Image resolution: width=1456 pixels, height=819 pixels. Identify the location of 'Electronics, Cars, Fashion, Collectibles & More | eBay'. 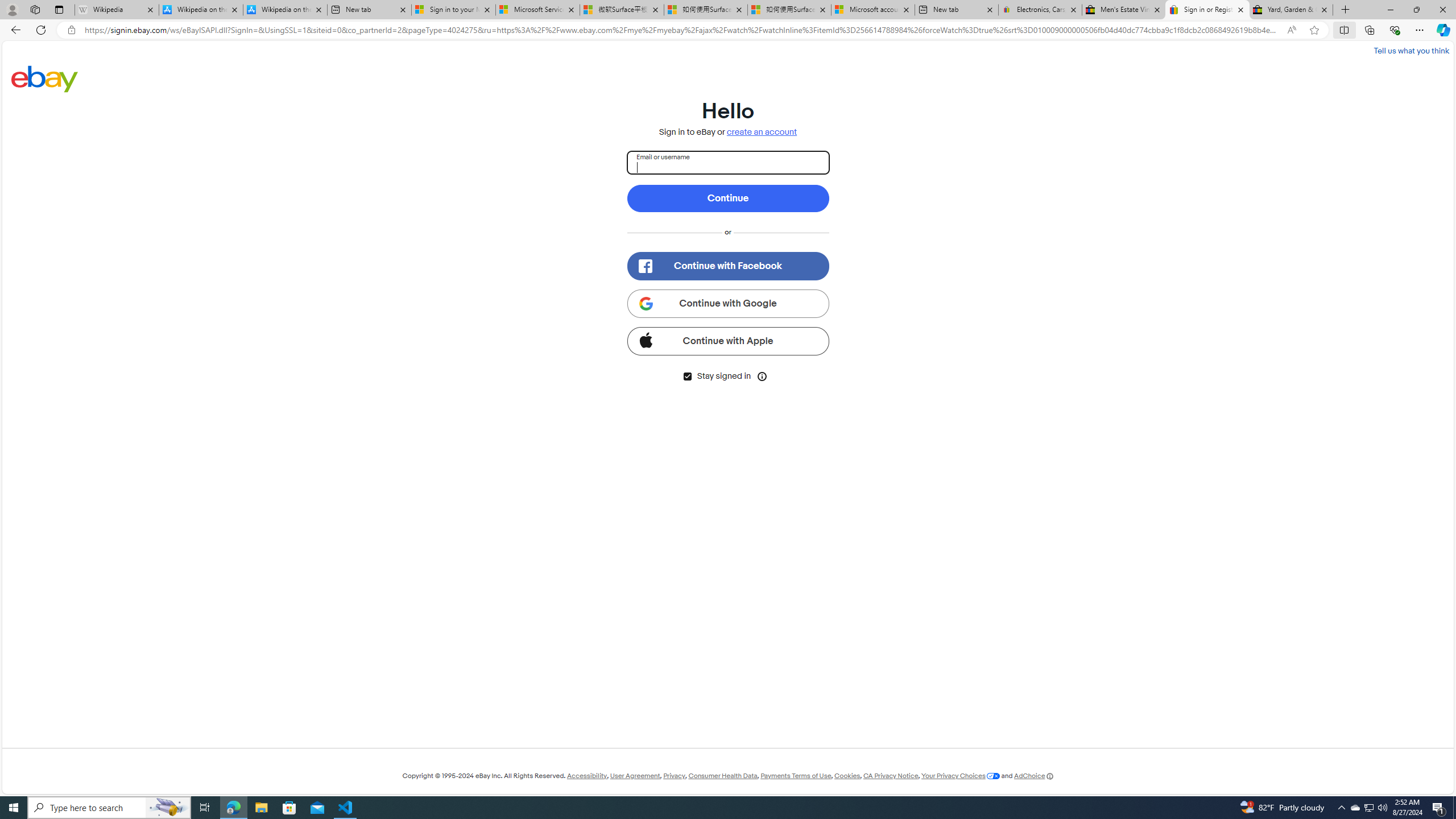
(1039, 9).